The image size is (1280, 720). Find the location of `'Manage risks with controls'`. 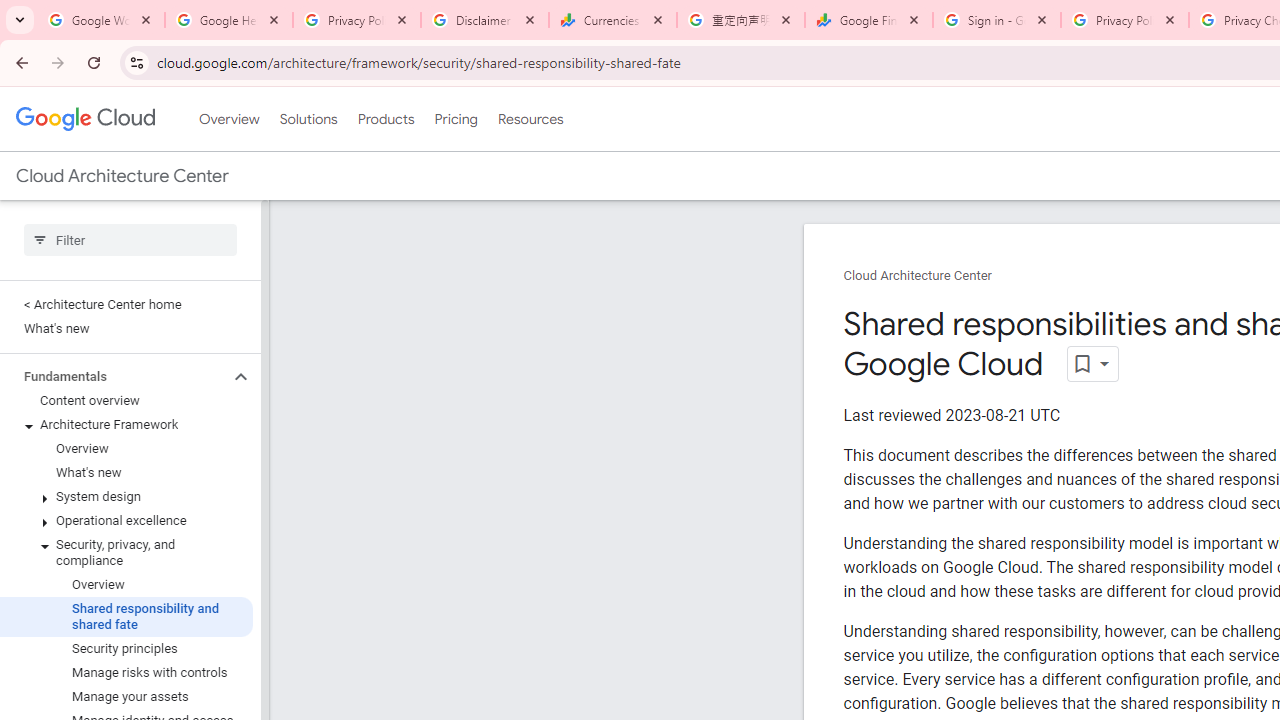

'Manage risks with controls' is located at coordinates (125, 672).